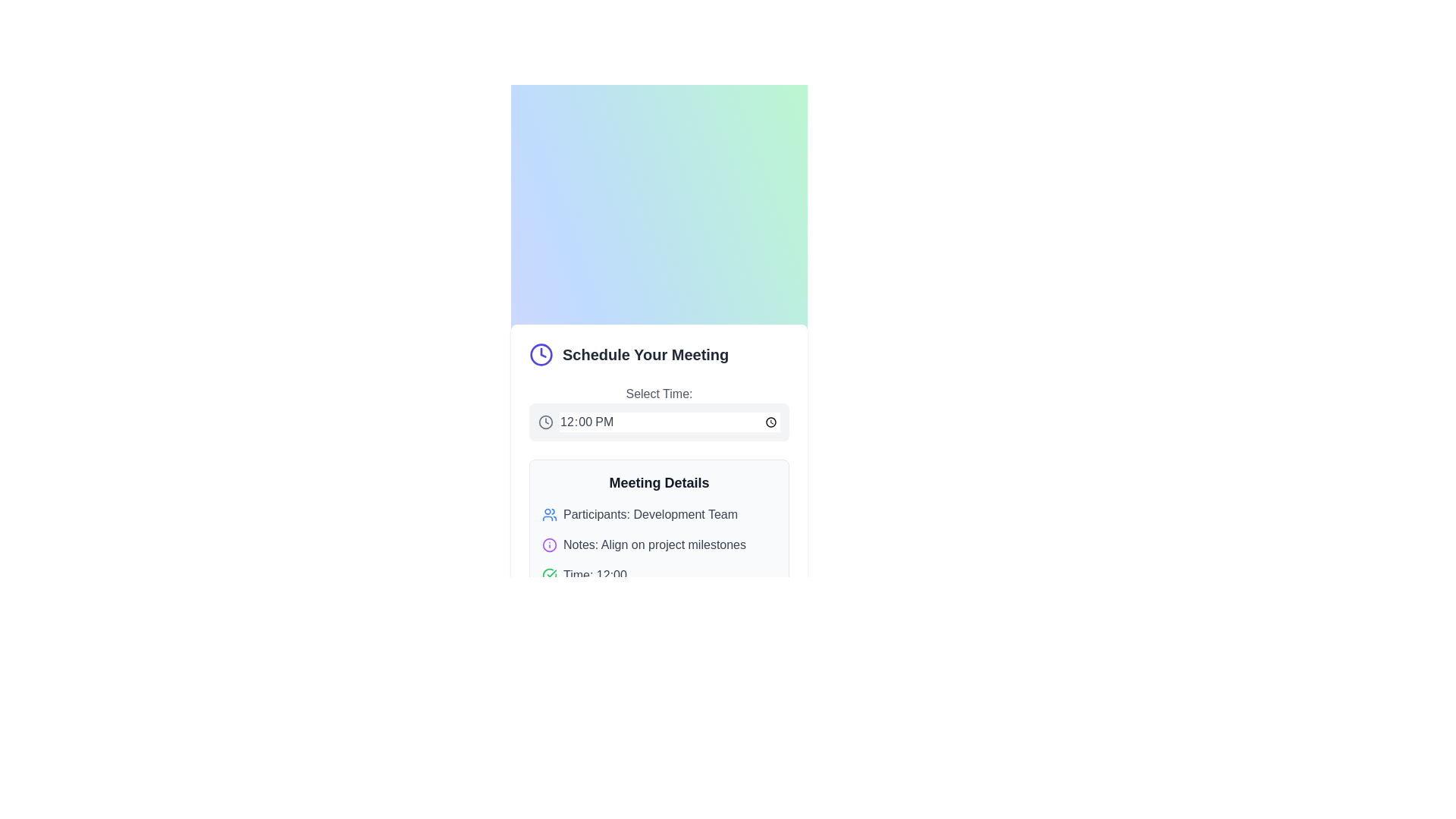  Describe the element at coordinates (546, 422) in the screenshot. I see `the clock icon, which is a gray circular outline with clock hands, located to the left of a time value text field` at that location.